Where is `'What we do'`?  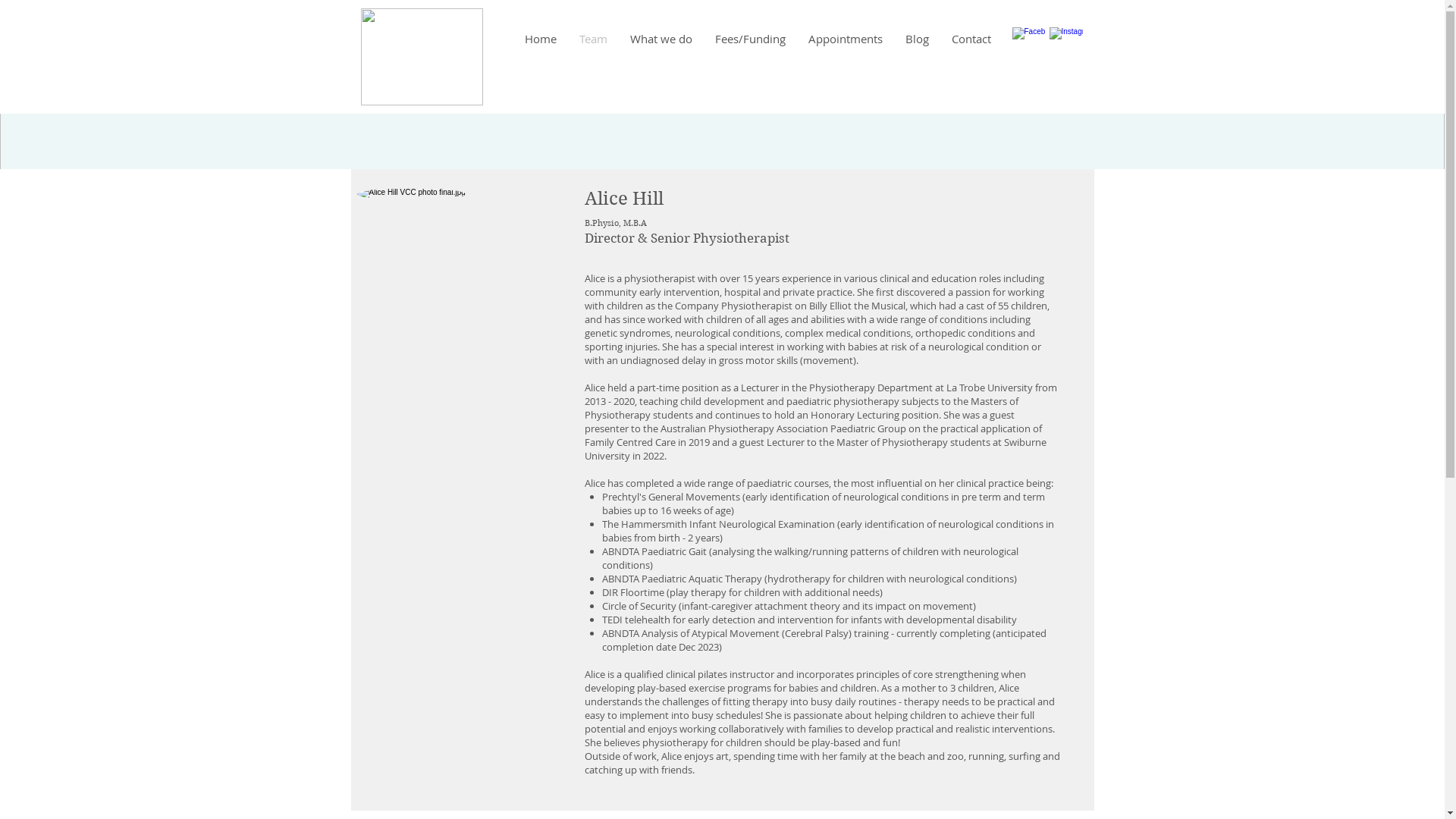
'What we do' is located at coordinates (661, 37).